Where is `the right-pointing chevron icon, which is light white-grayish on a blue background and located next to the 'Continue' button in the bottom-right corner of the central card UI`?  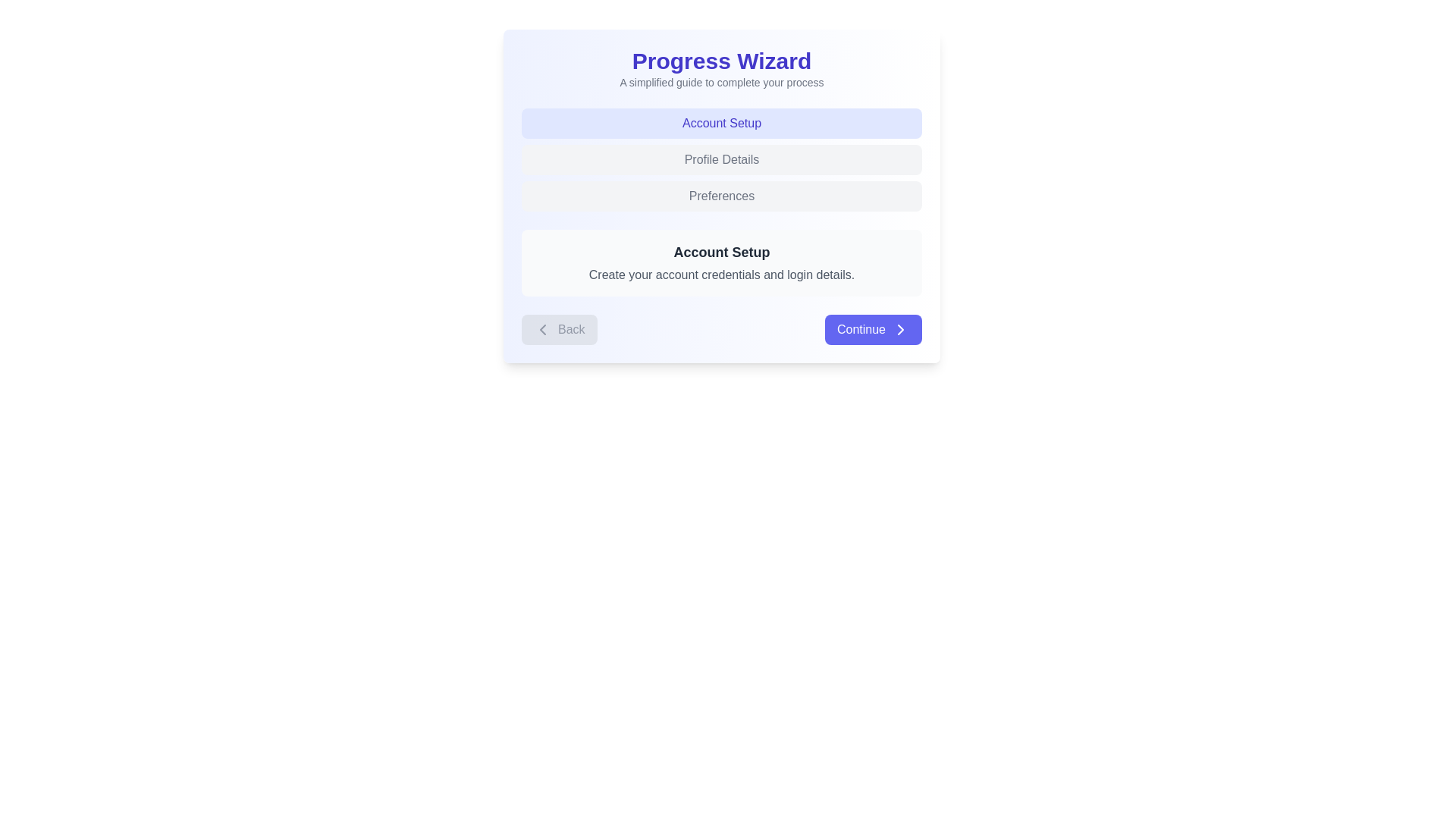 the right-pointing chevron icon, which is light white-grayish on a blue background and located next to the 'Continue' button in the bottom-right corner of the central card UI is located at coordinates (901, 329).